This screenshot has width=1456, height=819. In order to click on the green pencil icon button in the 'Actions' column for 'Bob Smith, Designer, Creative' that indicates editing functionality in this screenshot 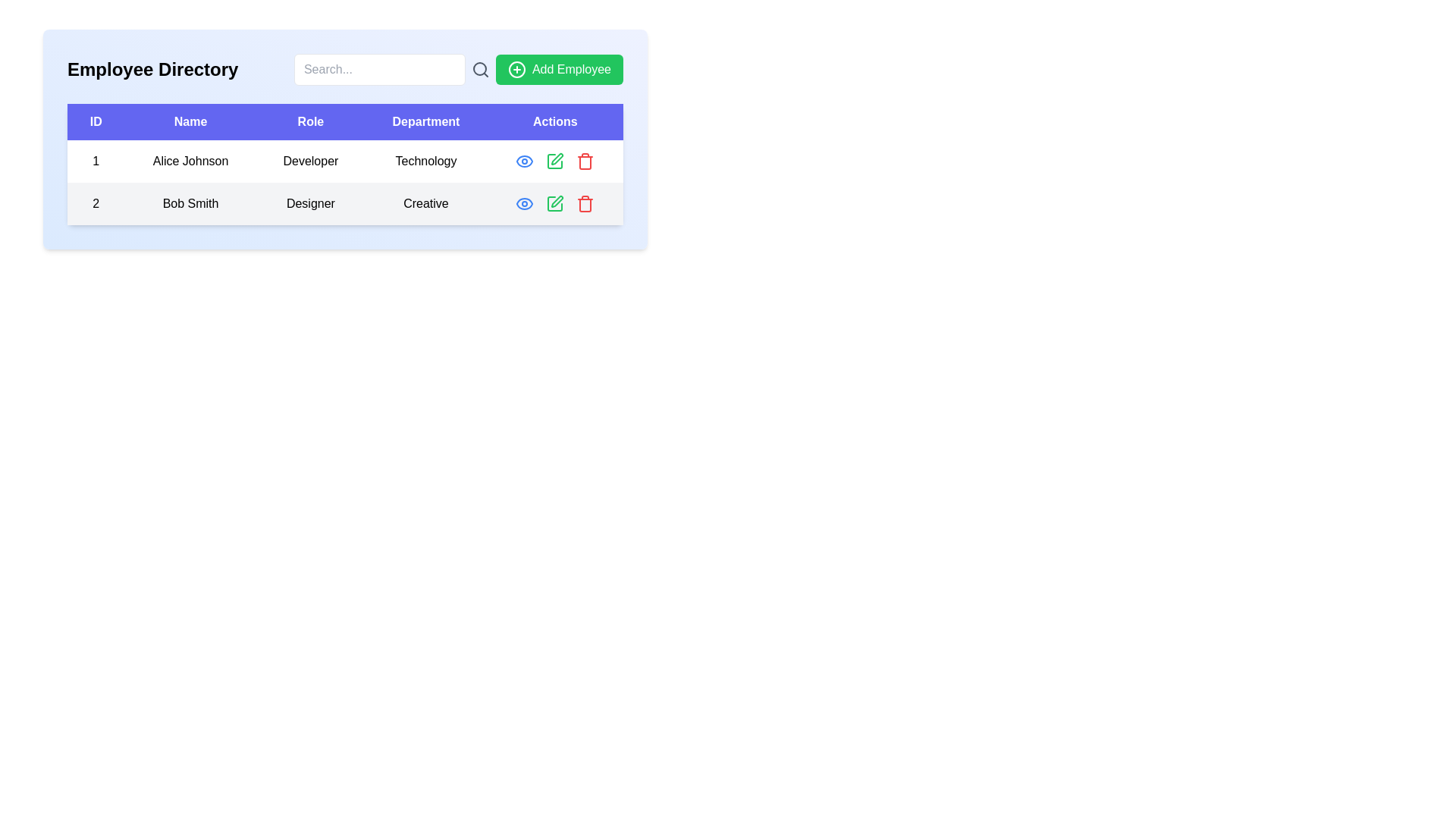, I will do `click(554, 203)`.